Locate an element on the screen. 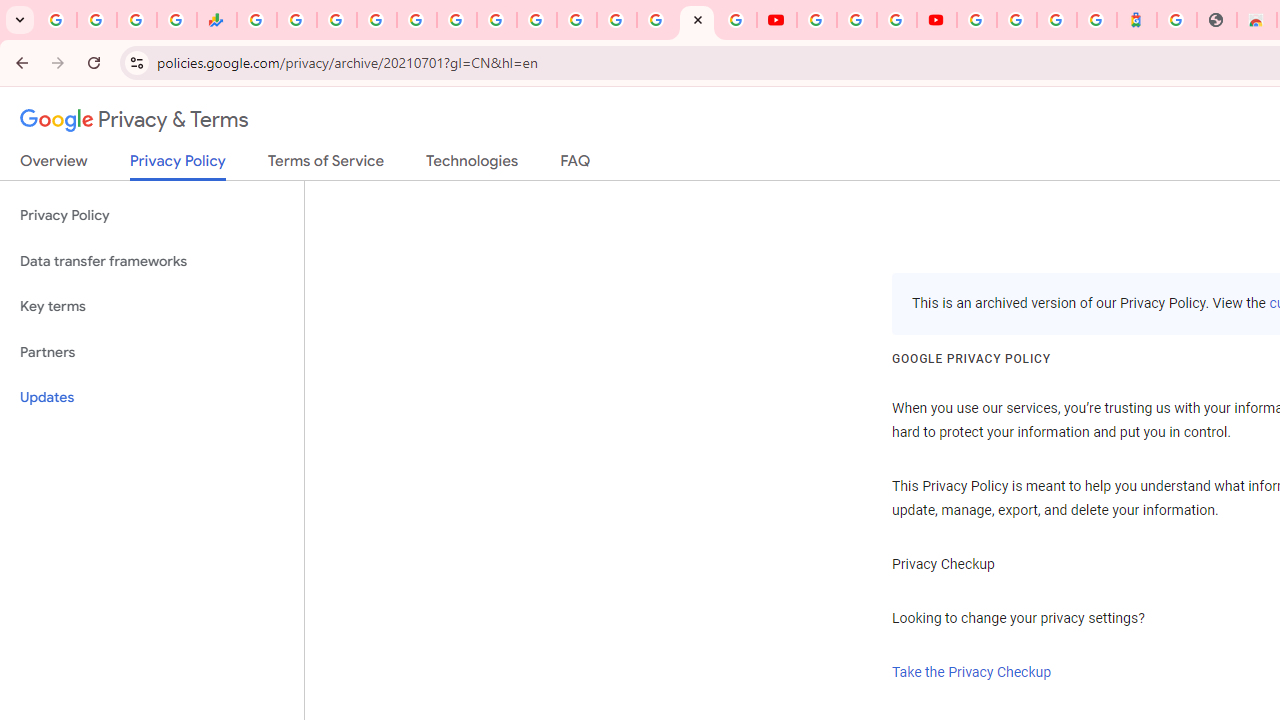 Image resolution: width=1280 pixels, height=720 pixels. 'Google Workspace Admin Community' is located at coordinates (56, 20).